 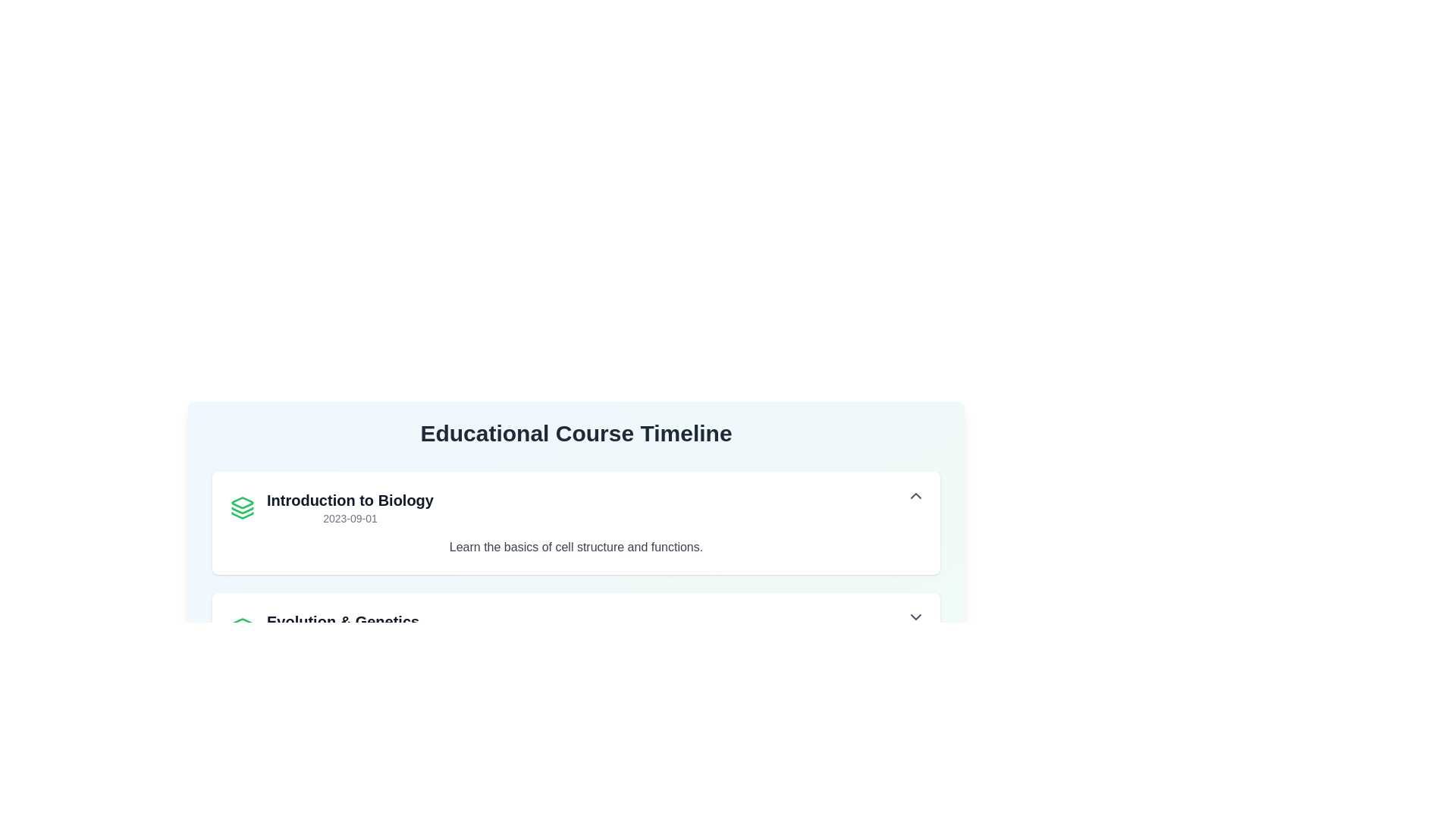 What do you see at coordinates (575, 547) in the screenshot?
I see `the Text Label that provides a brief description or summary of the educational topic directly below the title 'Introduction to Biology' and the date '2023-09-01'` at bounding box center [575, 547].